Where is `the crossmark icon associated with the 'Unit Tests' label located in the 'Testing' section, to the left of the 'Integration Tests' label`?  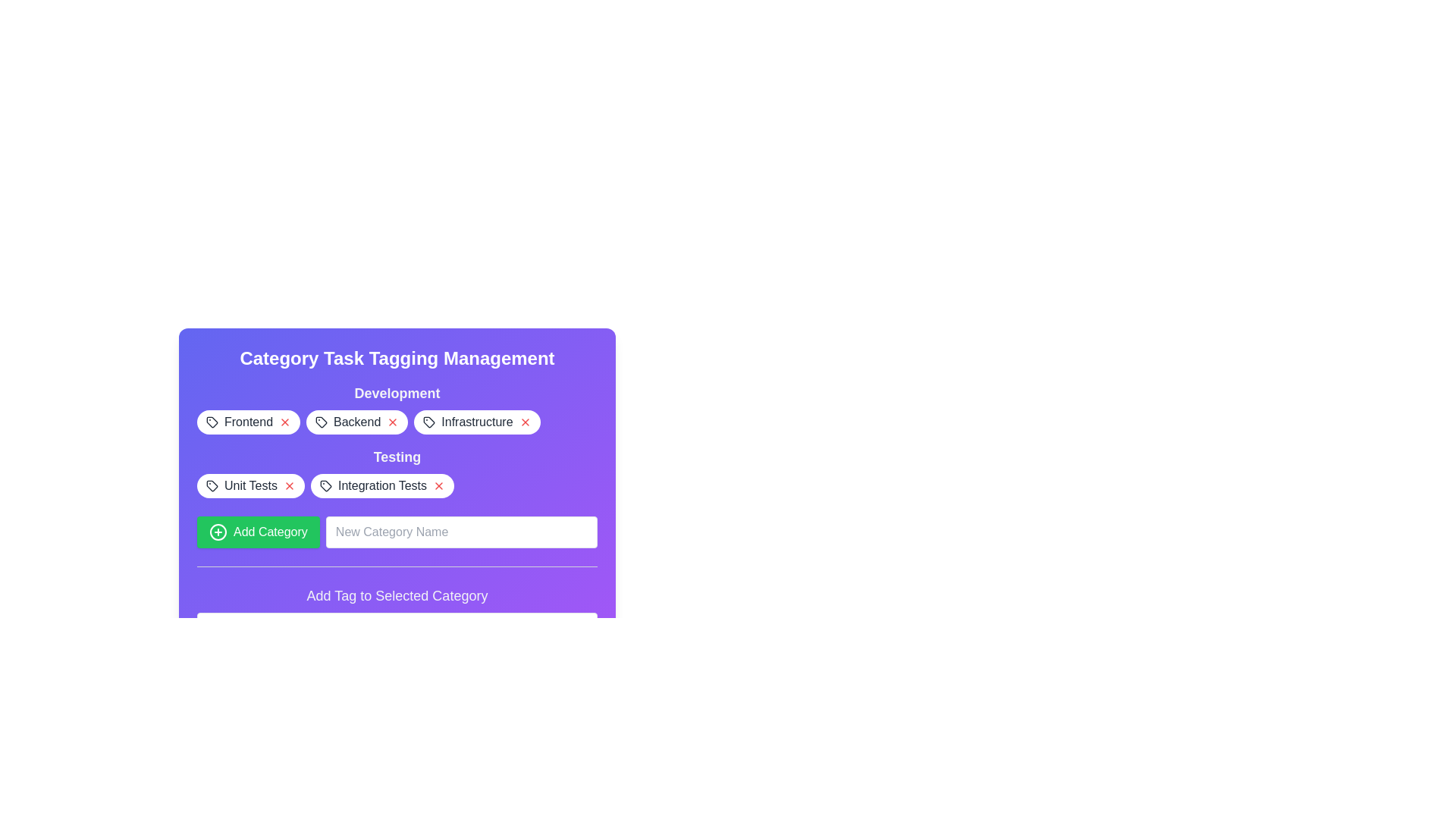
the crossmark icon associated with the 'Unit Tests' label located in the 'Testing' section, to the left of the 'Integration Tests' label is located at coordinates (251, 485).